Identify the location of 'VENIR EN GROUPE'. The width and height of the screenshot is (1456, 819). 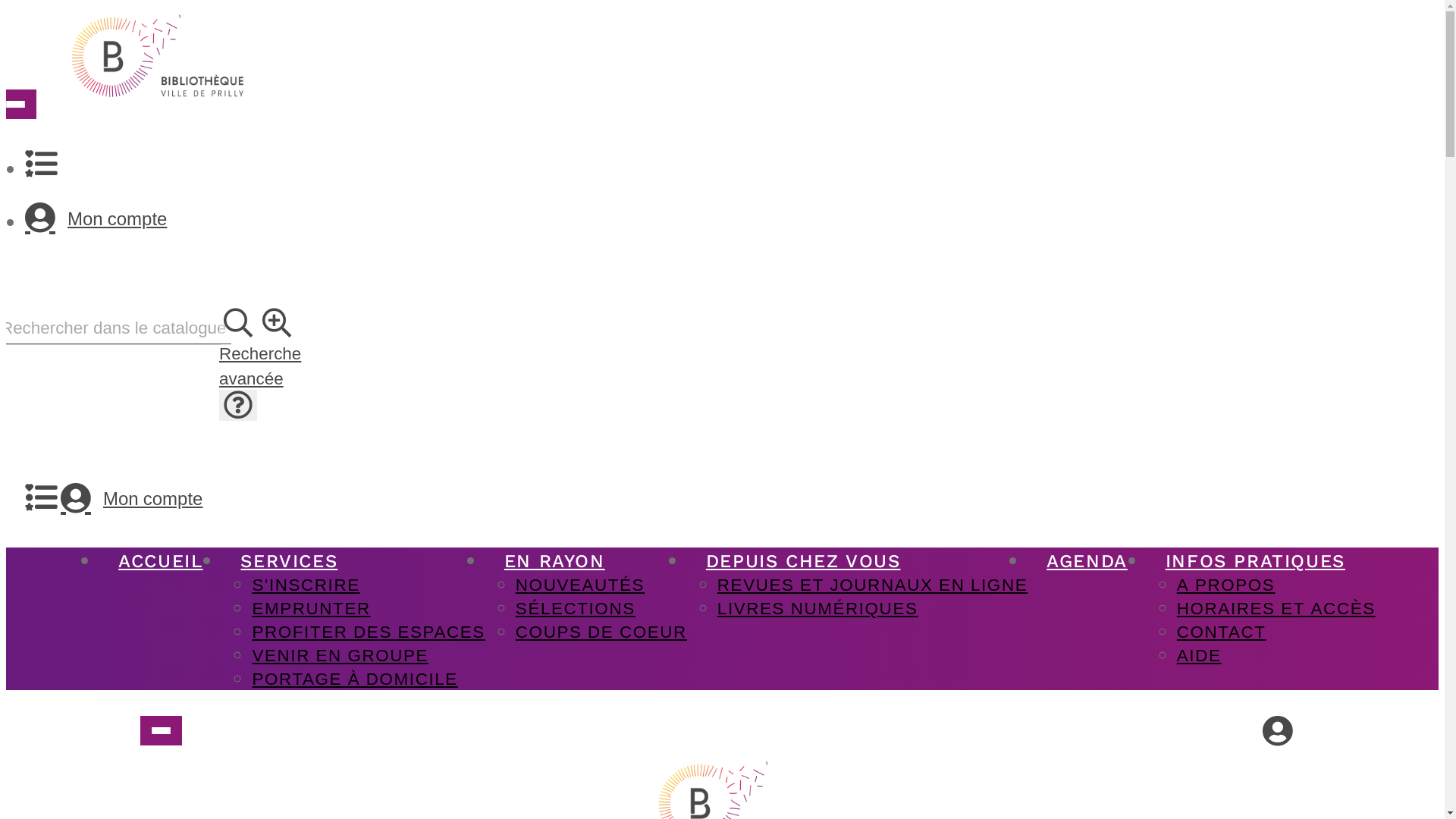
(339, 654).